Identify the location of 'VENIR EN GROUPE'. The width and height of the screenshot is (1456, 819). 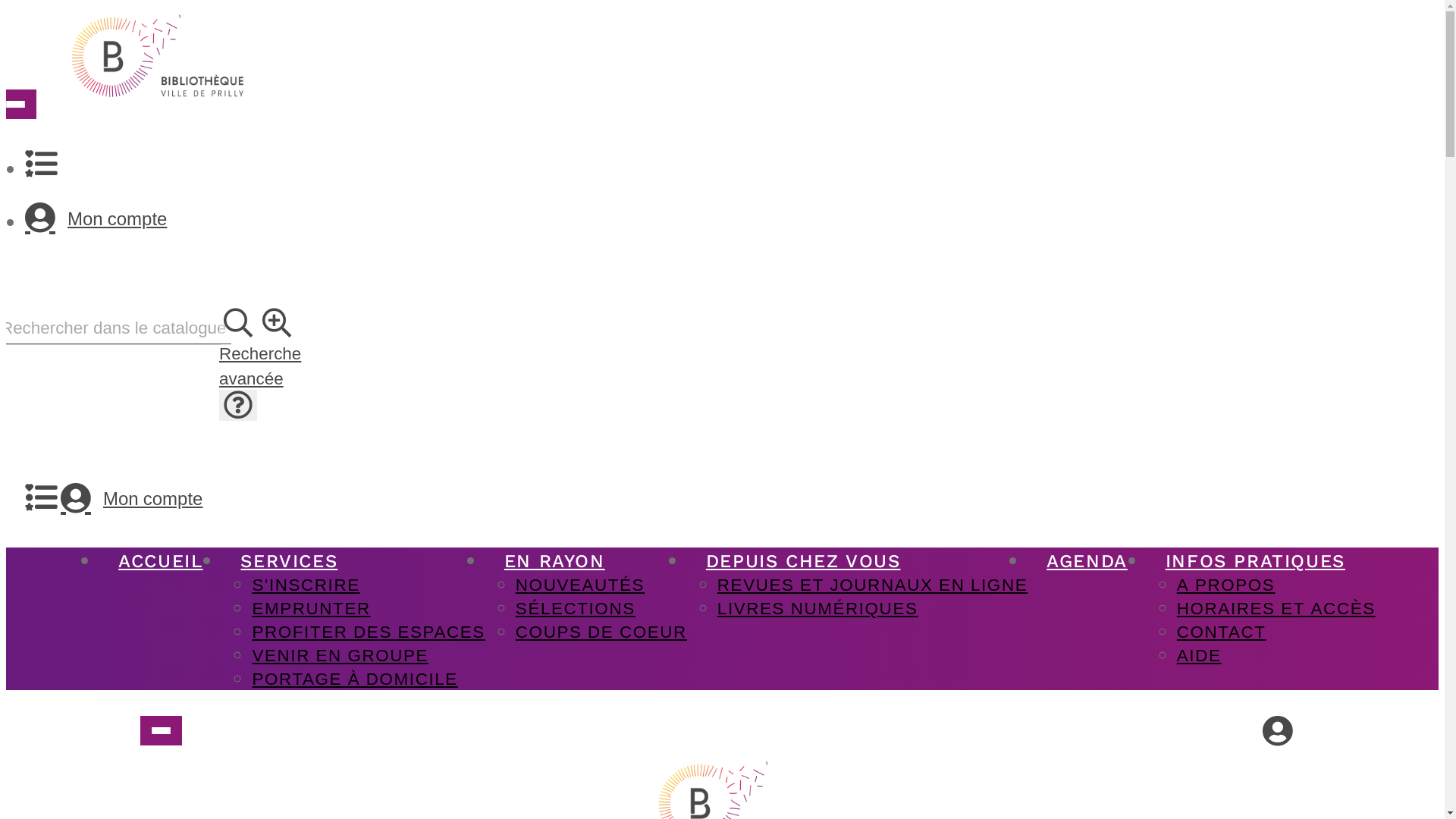
(339, 654).